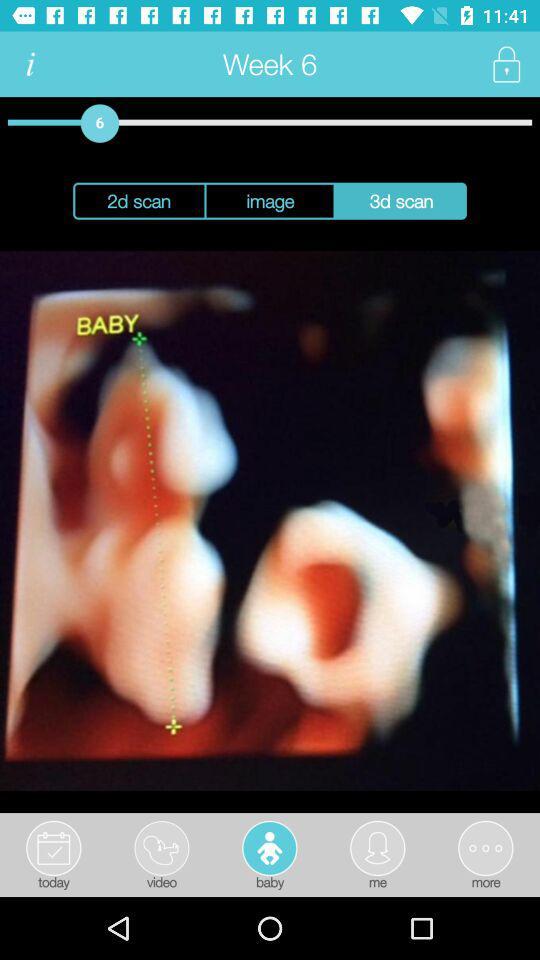 The height and width of the screenshot is (960, 540). What do you see at coordinates (401, 201) in the screenshot?
I see `the 3d scan icon` at bounding box center [401, 201].